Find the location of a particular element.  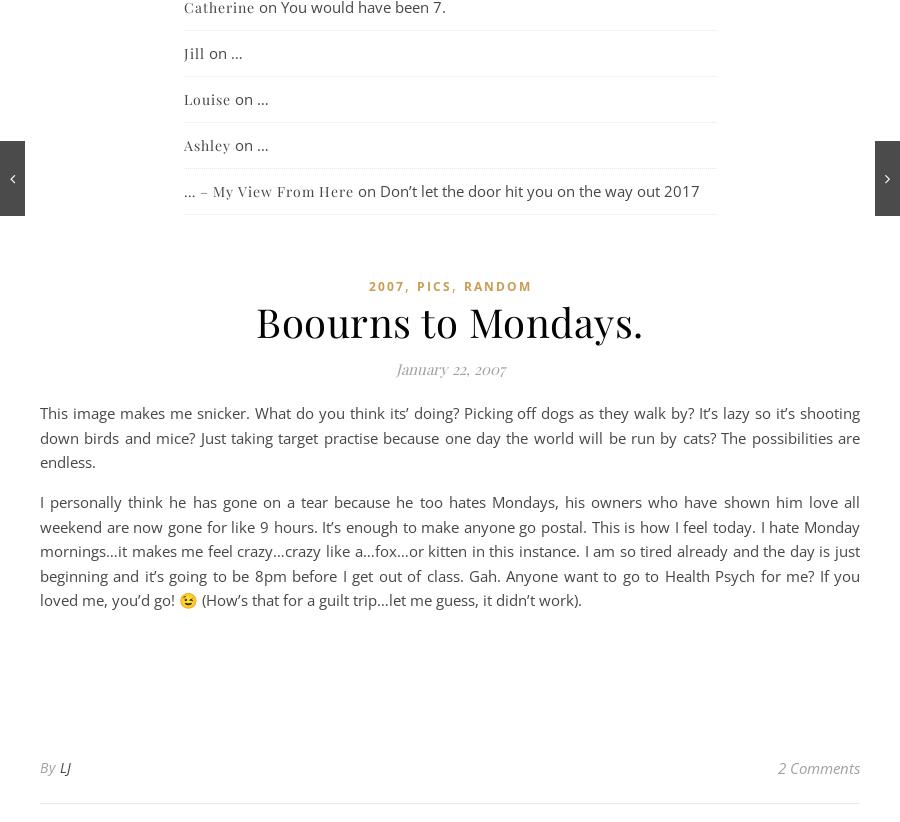

'This image makes me snicker. What do you think its’ doing? Picking off dogs as they walk by? It’s lazy so it’s shooting down birds and mice? Just taking target practise because one day the world will be run by cats? The possibilities are endless.' is located at coordinates (450, 436).